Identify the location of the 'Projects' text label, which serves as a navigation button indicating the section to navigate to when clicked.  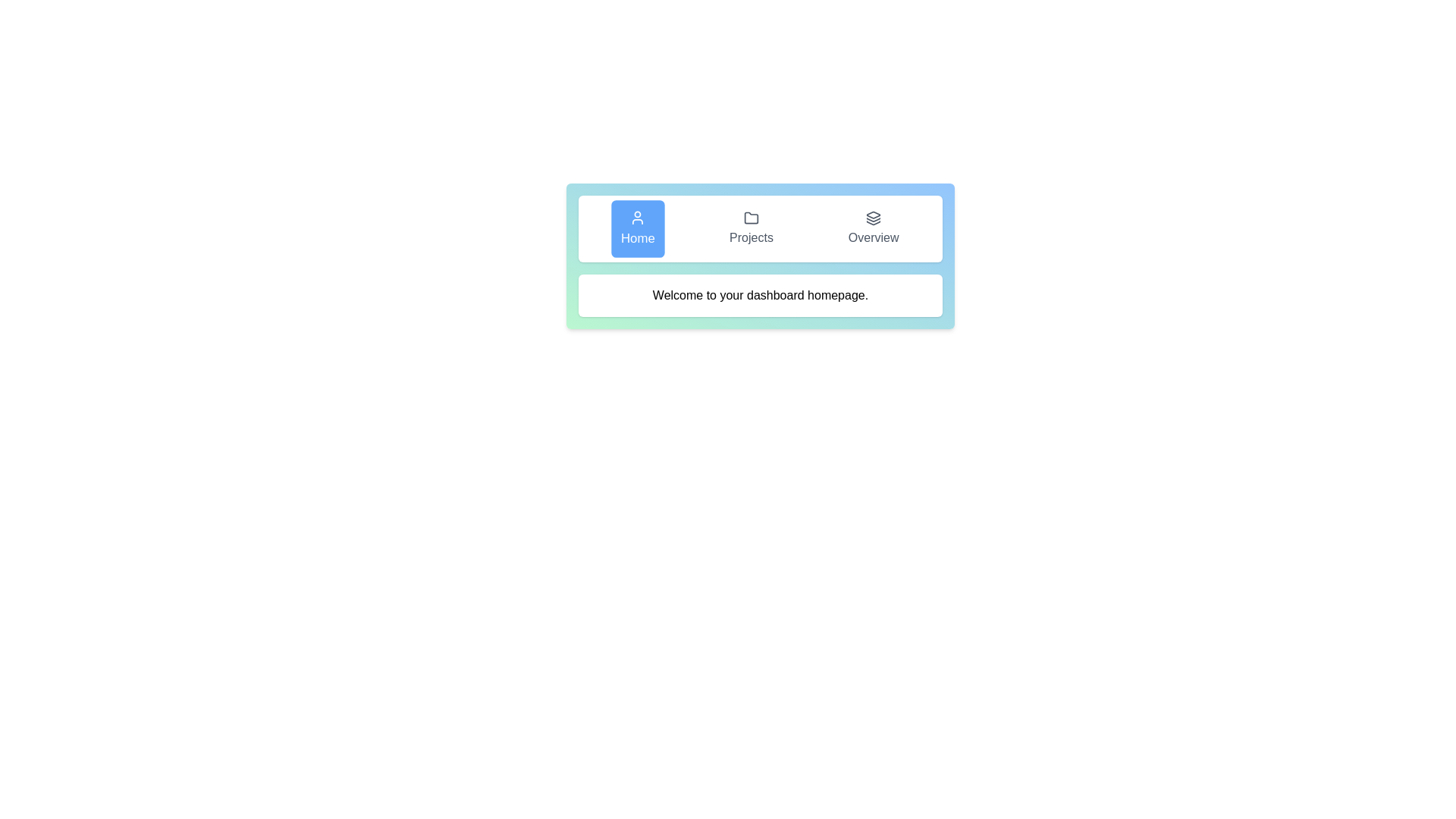
(751, 237).